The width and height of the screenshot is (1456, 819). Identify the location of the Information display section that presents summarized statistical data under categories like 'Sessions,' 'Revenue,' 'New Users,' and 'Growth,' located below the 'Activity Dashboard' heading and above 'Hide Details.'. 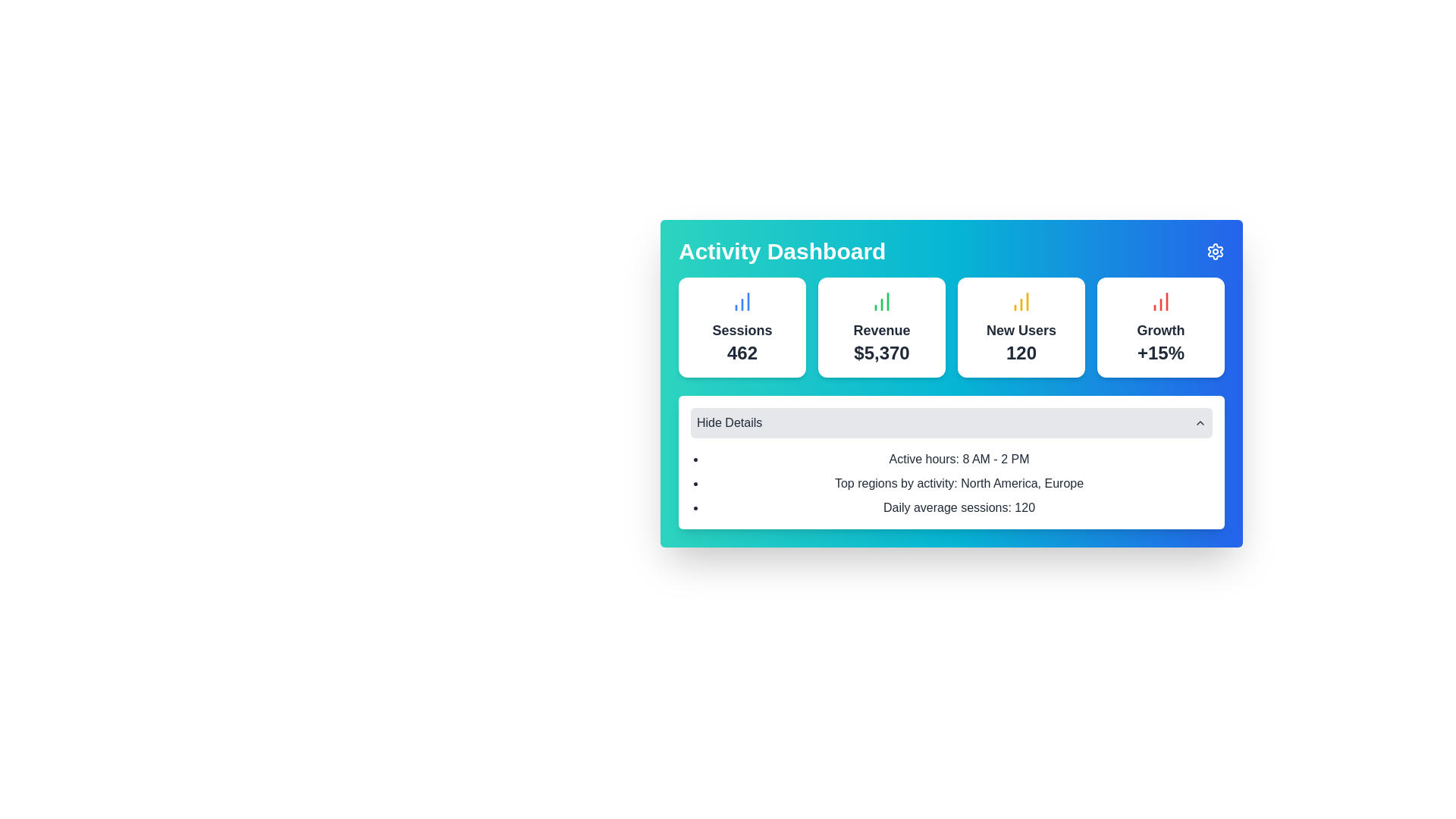
(950, 403).